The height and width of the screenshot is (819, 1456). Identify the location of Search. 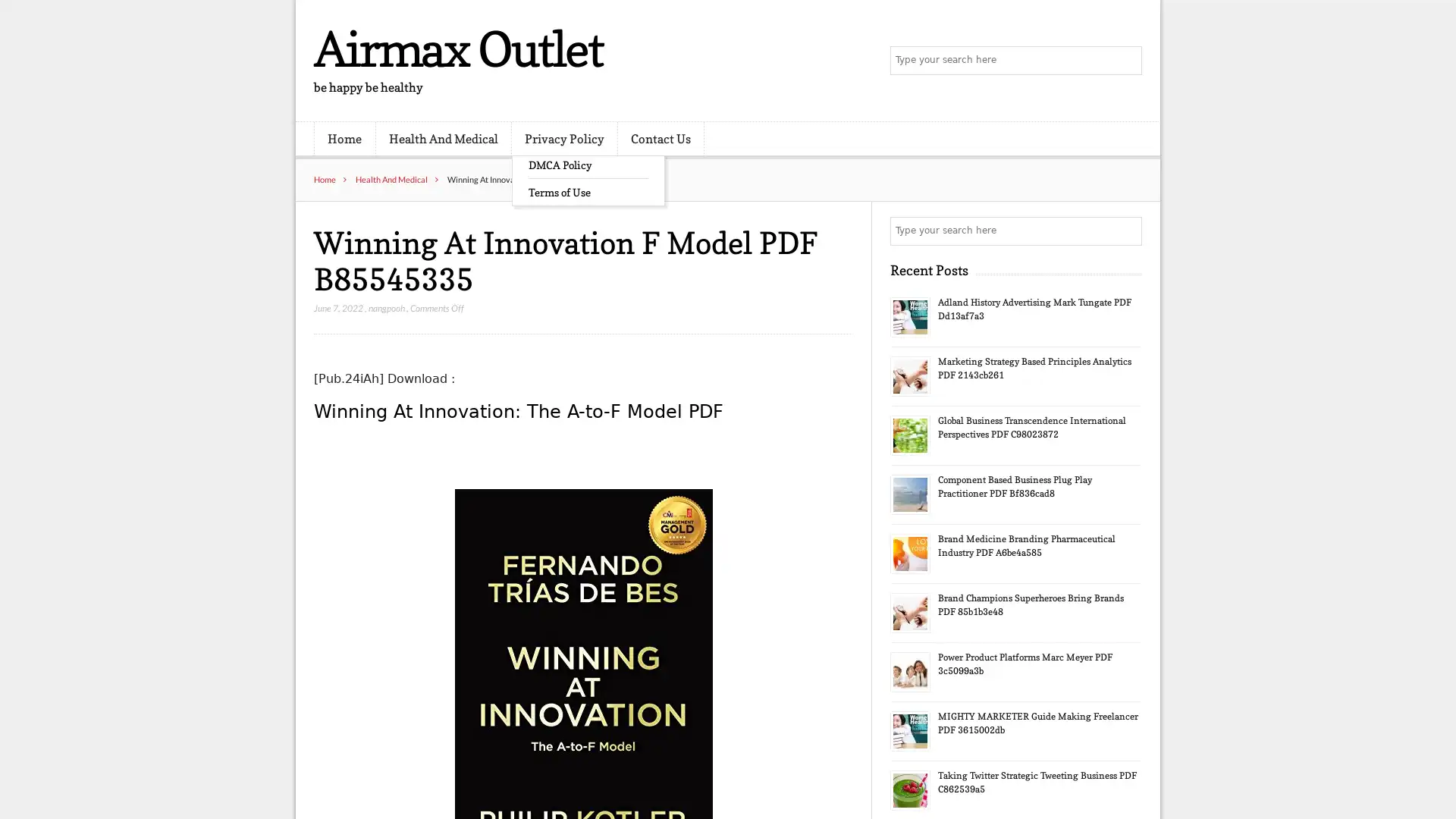
(1126, 61).